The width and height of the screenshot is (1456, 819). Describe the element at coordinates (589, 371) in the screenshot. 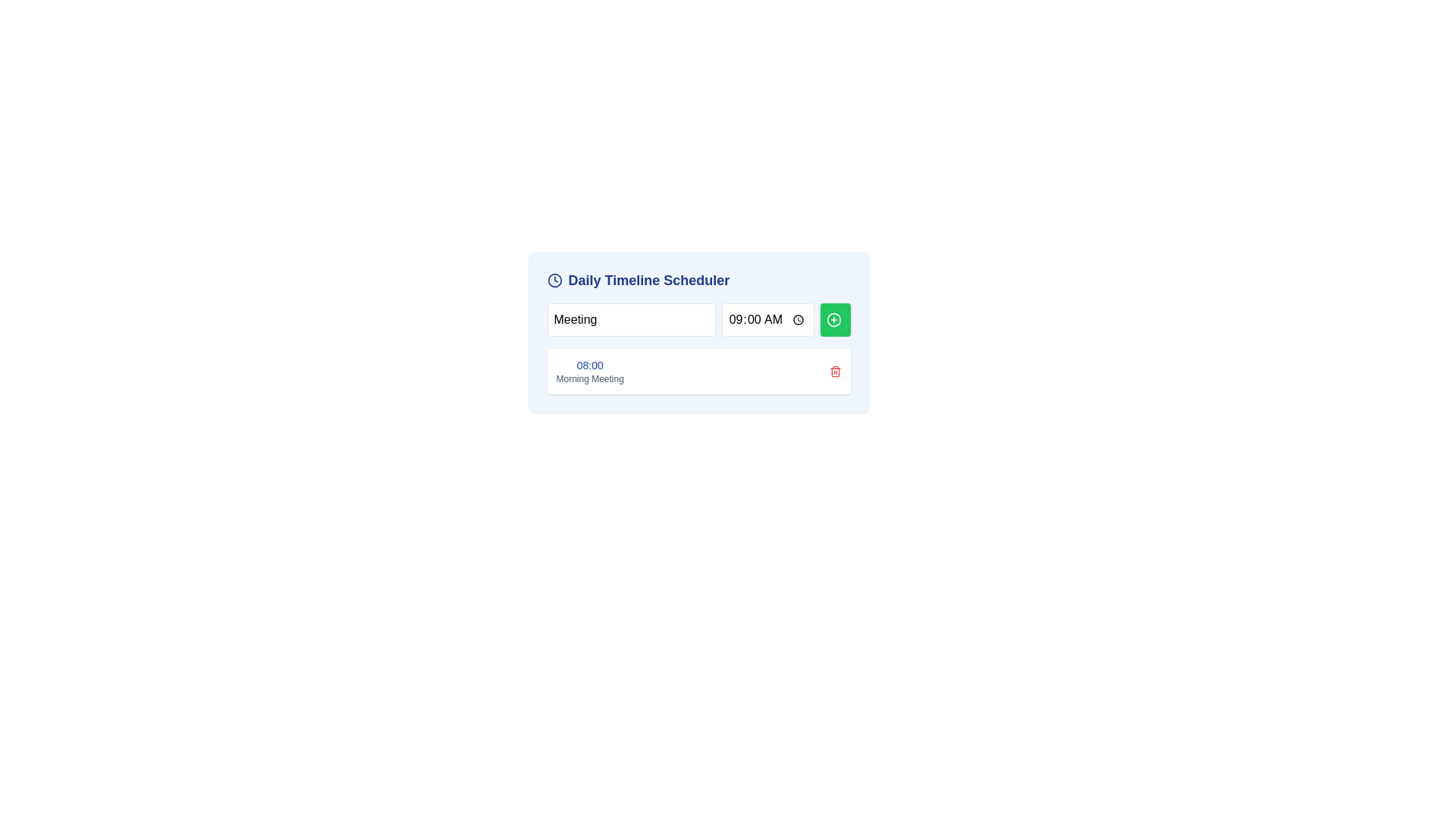

I see `the textual information display showing a scheduled event, which is part of a scheduling interface within a white card element` at that location.